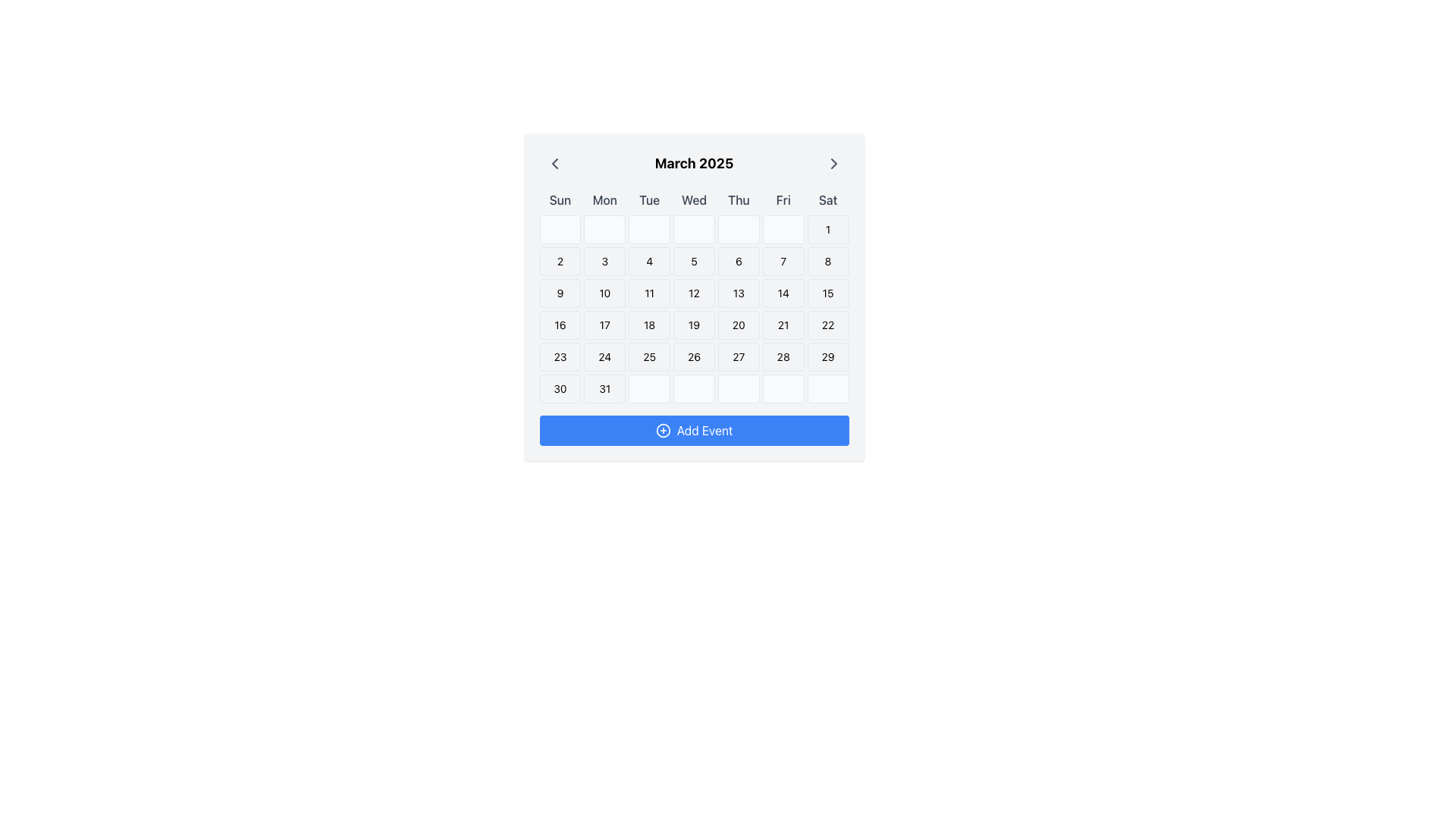 This screenshot has height=819, width=1456. Describe the element at coordinates (554, 164) in the screenshot. I see `the left-pointing chevron arrow icon button in the top-left corner of the calendar panel` at that location.